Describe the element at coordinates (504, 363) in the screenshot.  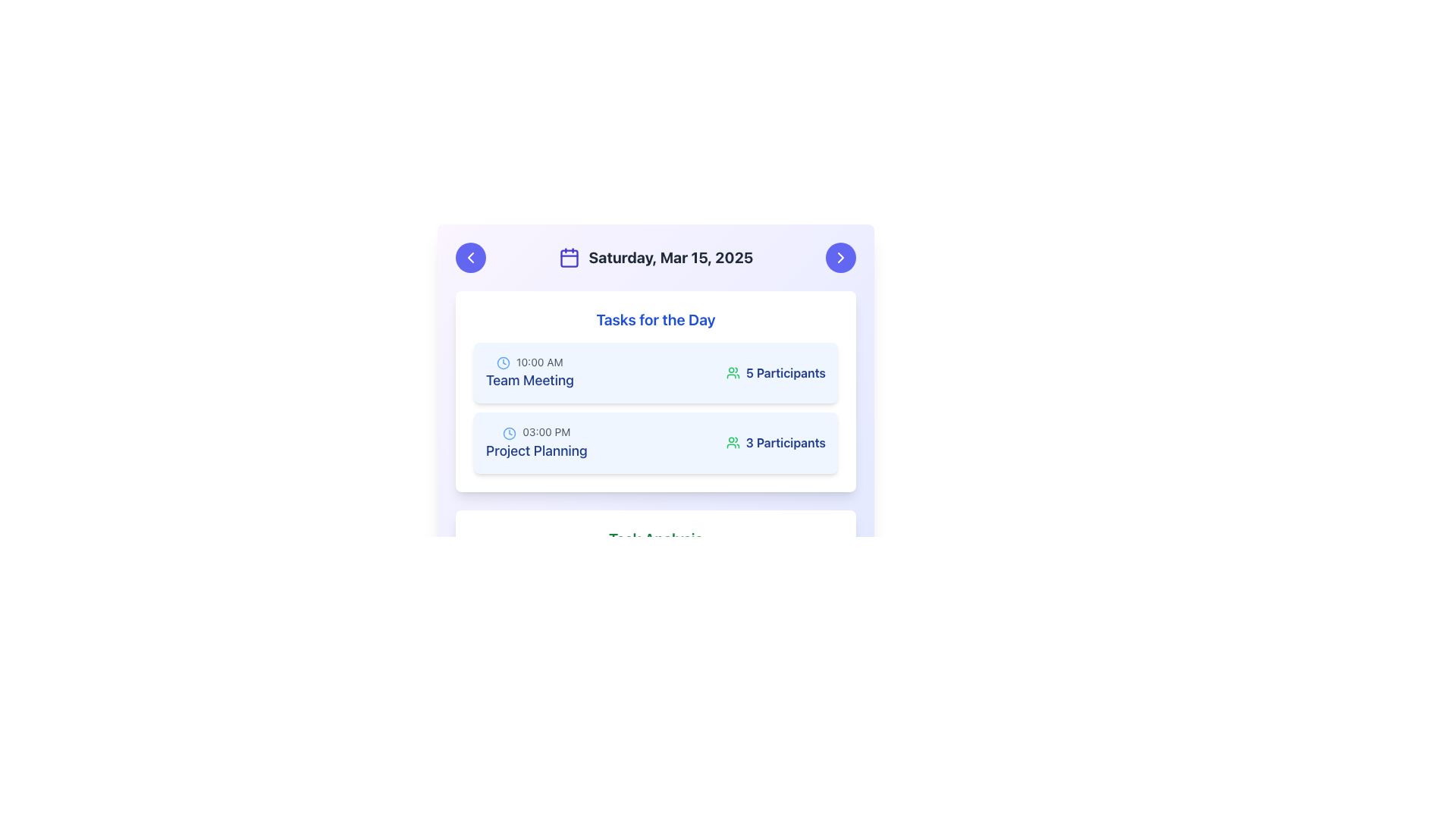
I see `the stylized clock icon, which has a blue outline and is positioned to the left of the text '10:00 AM' in the scheduled task entry` at that location.